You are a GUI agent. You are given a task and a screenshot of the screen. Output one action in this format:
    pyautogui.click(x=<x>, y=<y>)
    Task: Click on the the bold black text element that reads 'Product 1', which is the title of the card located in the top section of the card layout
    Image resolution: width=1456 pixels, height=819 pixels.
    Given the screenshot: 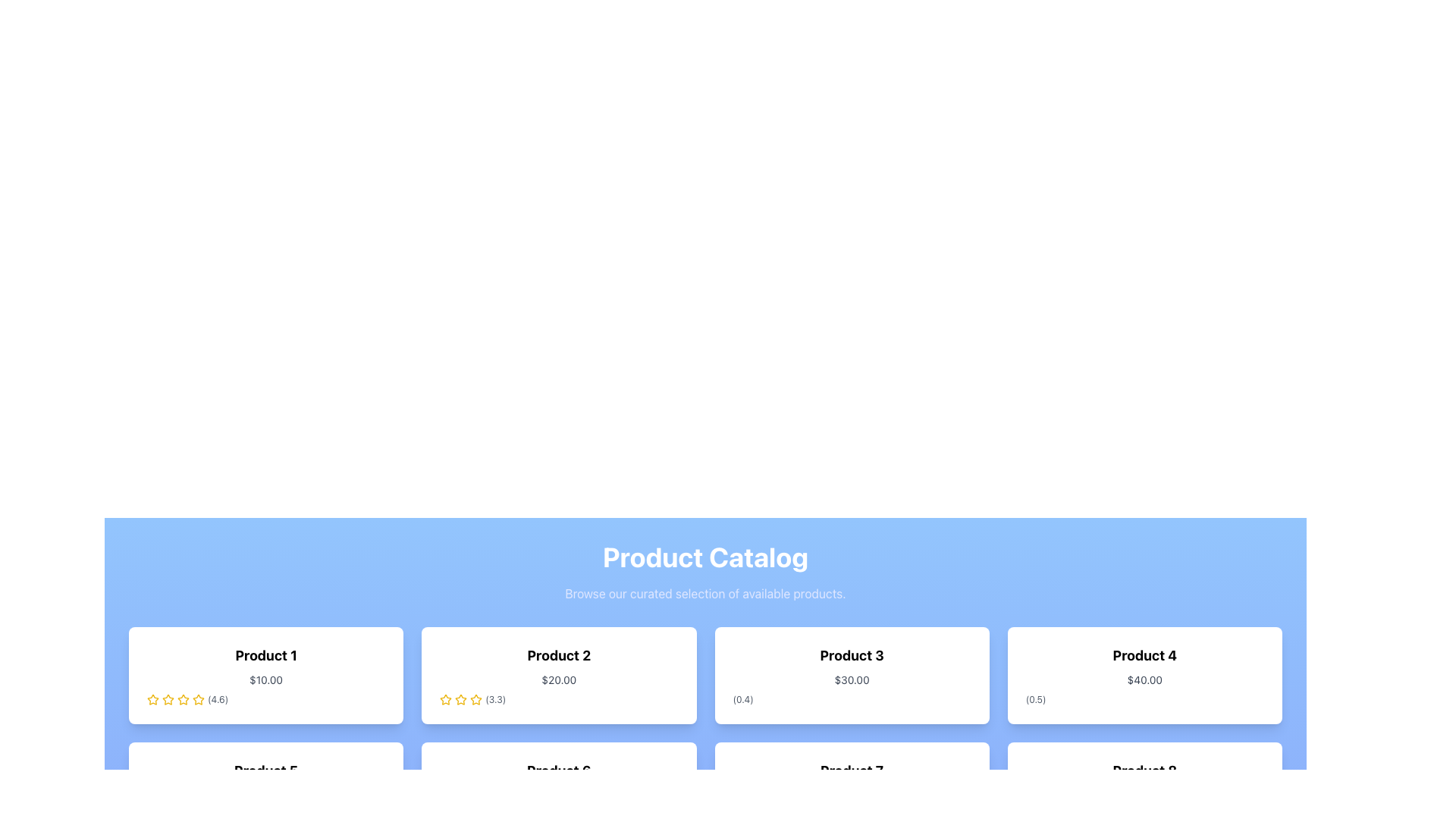 What is the action you would take?
    pyautogui.click(x=266, y=654)
    